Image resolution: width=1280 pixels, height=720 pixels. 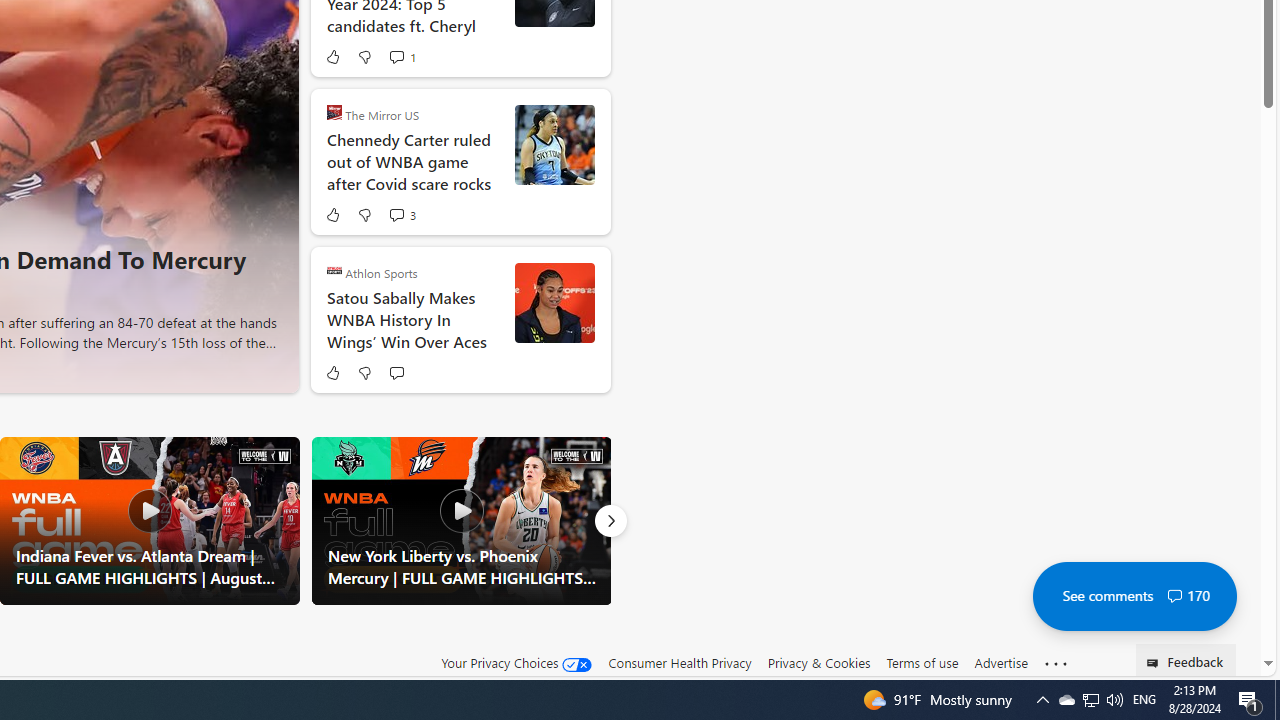 What do you see at coordinates (396, 372) in the screenshot?
I see `'Start the conversation'` at bounding box center [396, 372].